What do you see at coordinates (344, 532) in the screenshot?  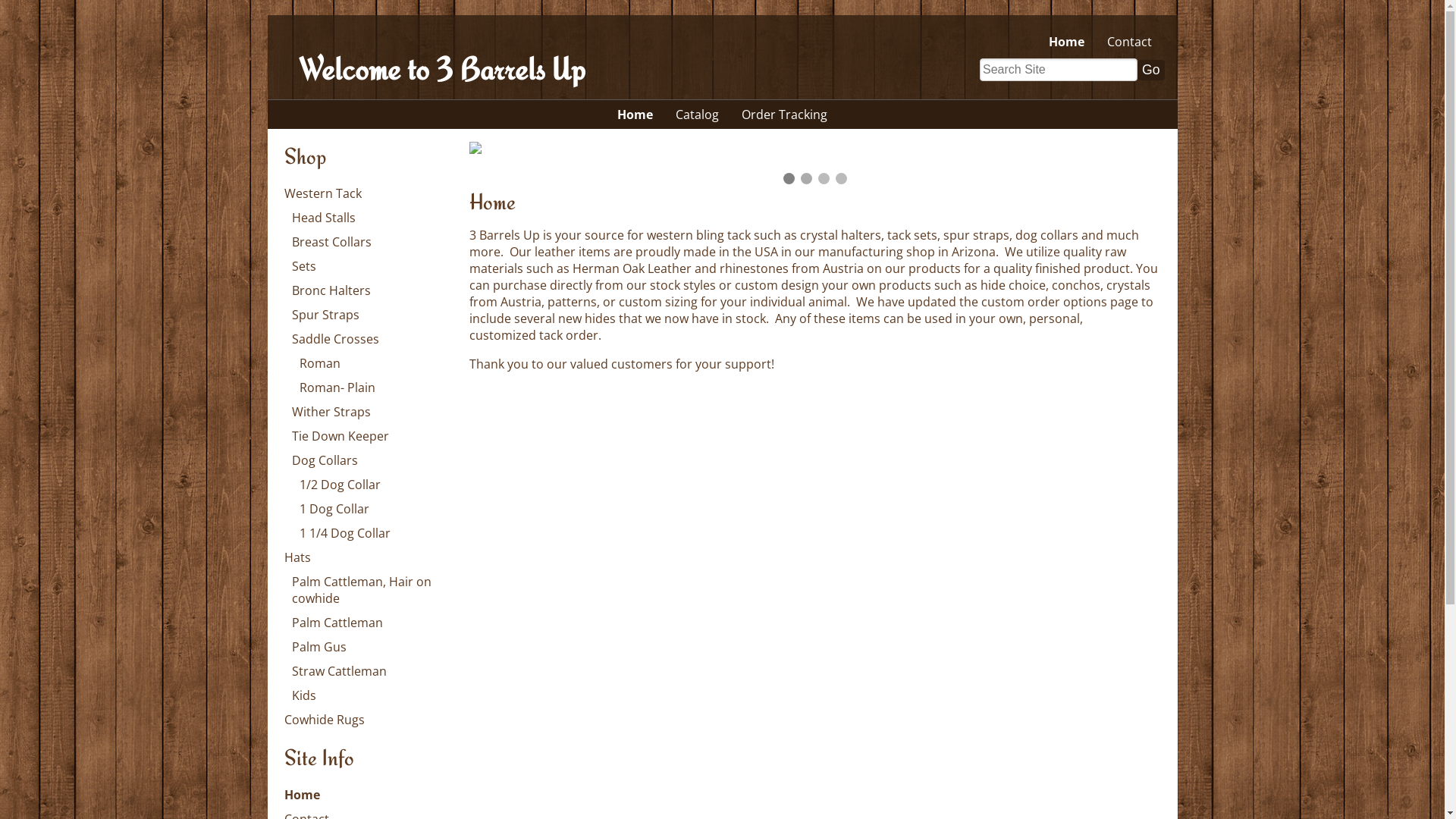 I see `'1 1/4 Dog Collar'` at bounding box center [344, 532].